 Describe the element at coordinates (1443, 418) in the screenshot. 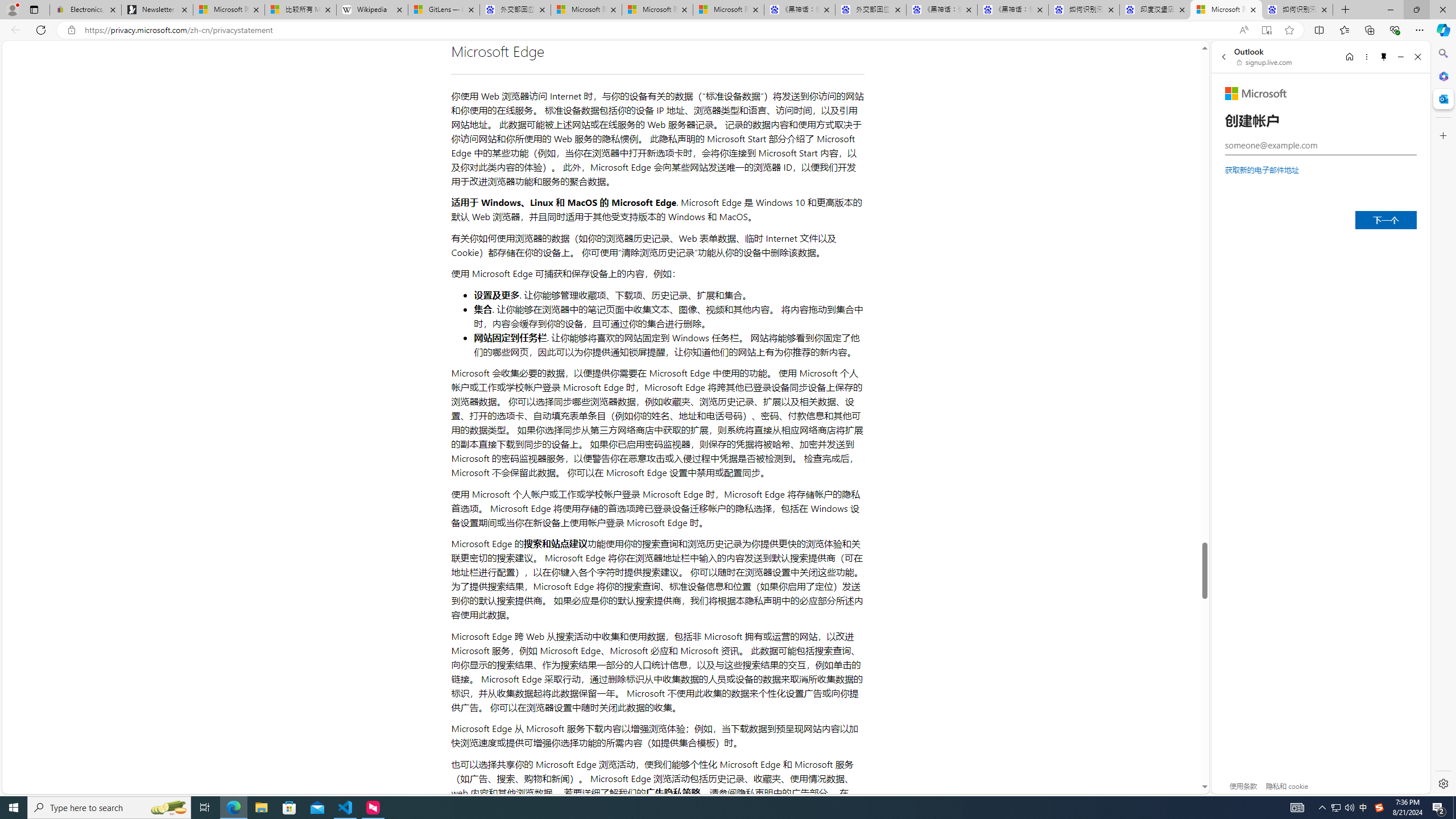

I see `'Side bar'` at that location.